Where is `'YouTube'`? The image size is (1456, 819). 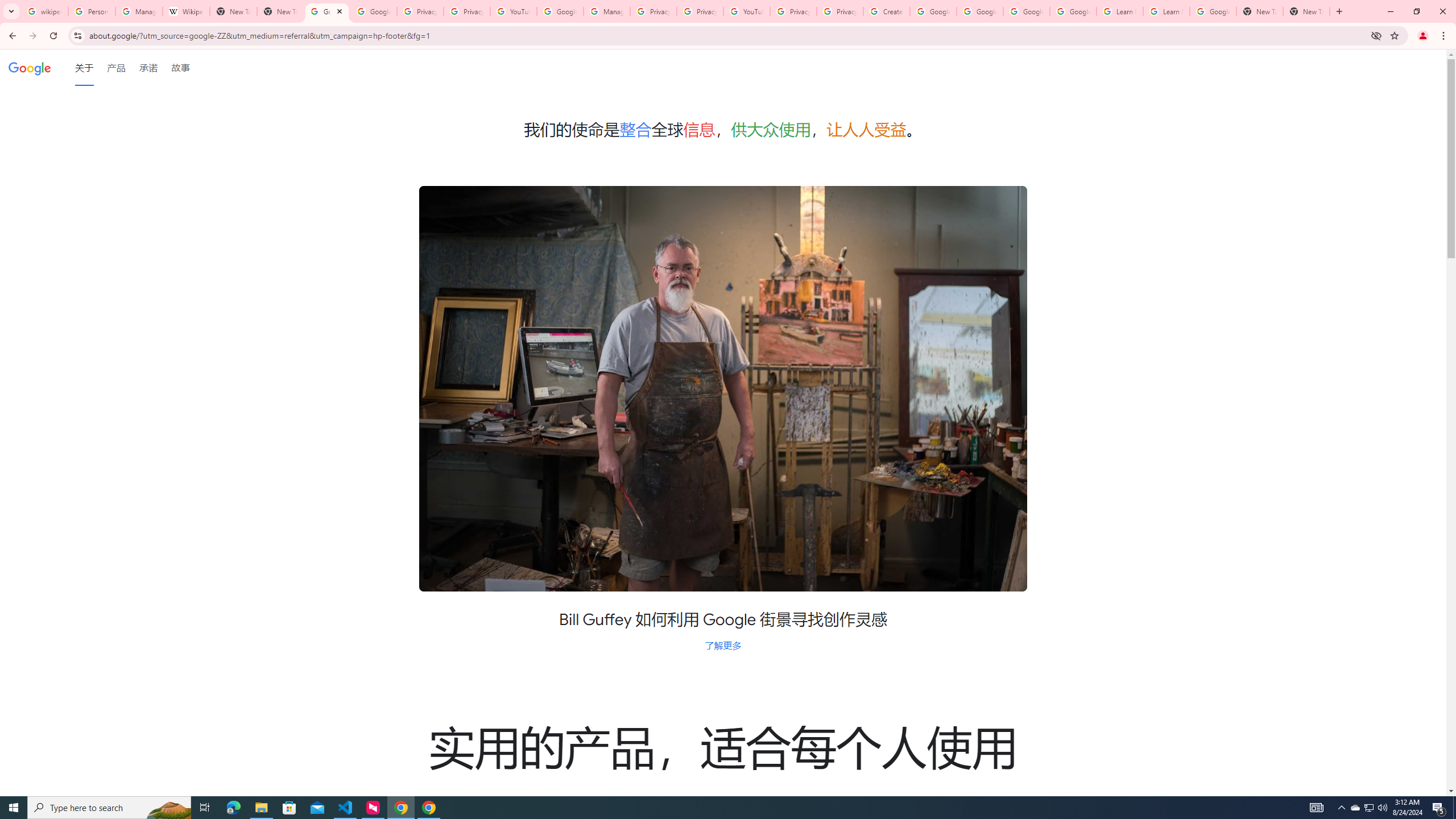 'YouTube' is located at coordinates (512, 11).